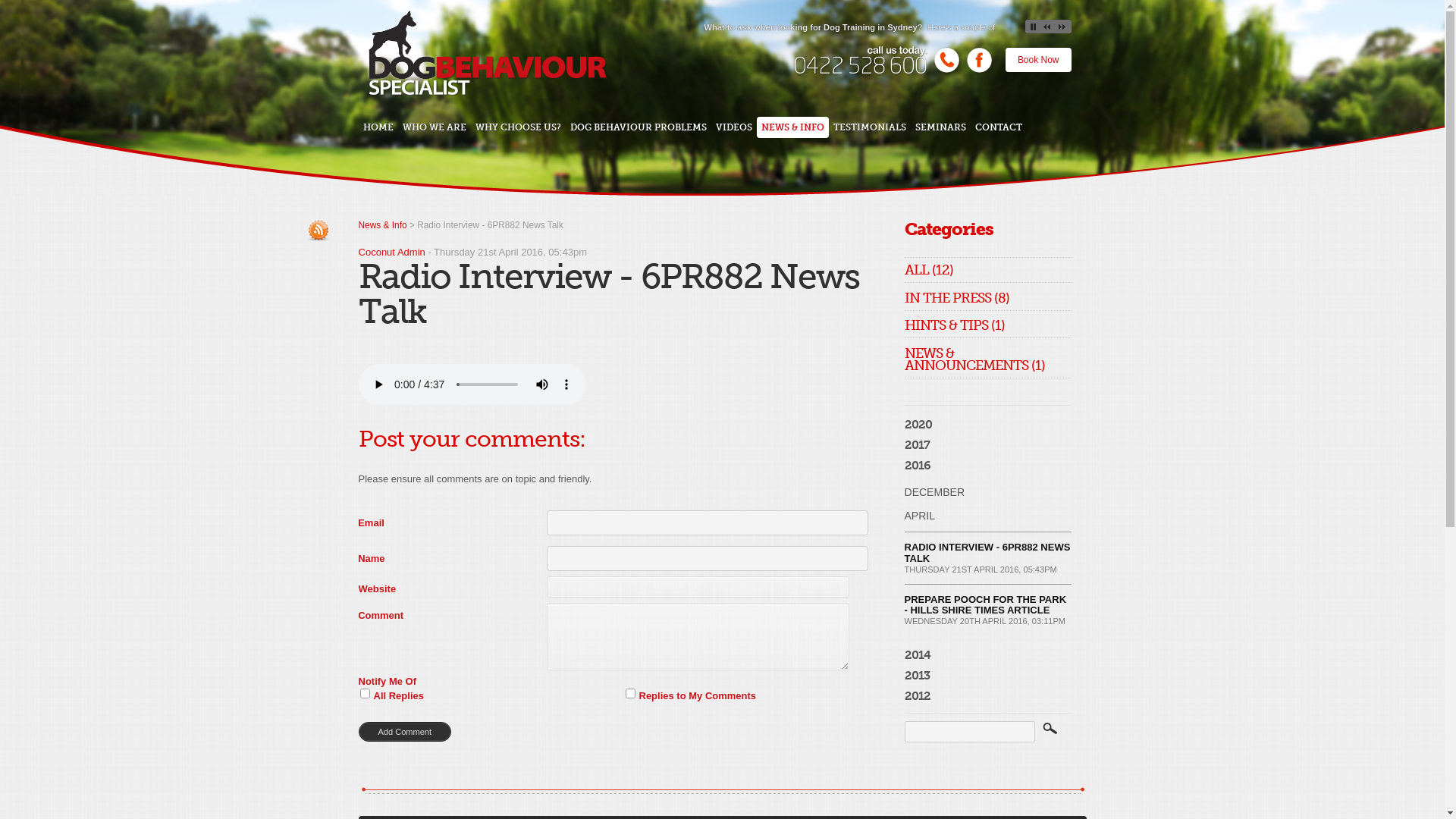  I want to click on 'VIDEOS', so click(734, 127).